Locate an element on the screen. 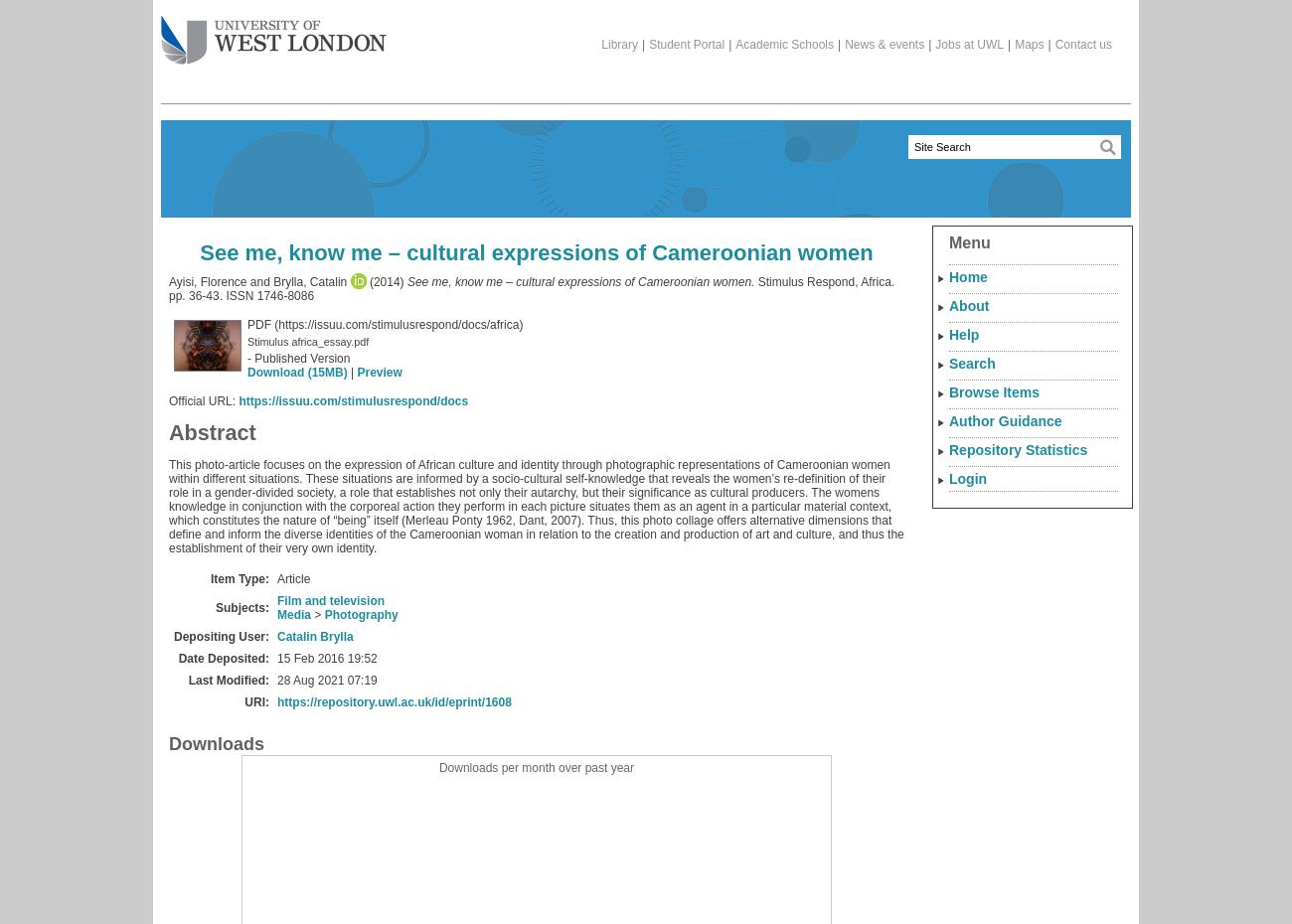 The image size is (1292, 924). '28 Aug 2021 07:19' is located at coordinates (326, 680).